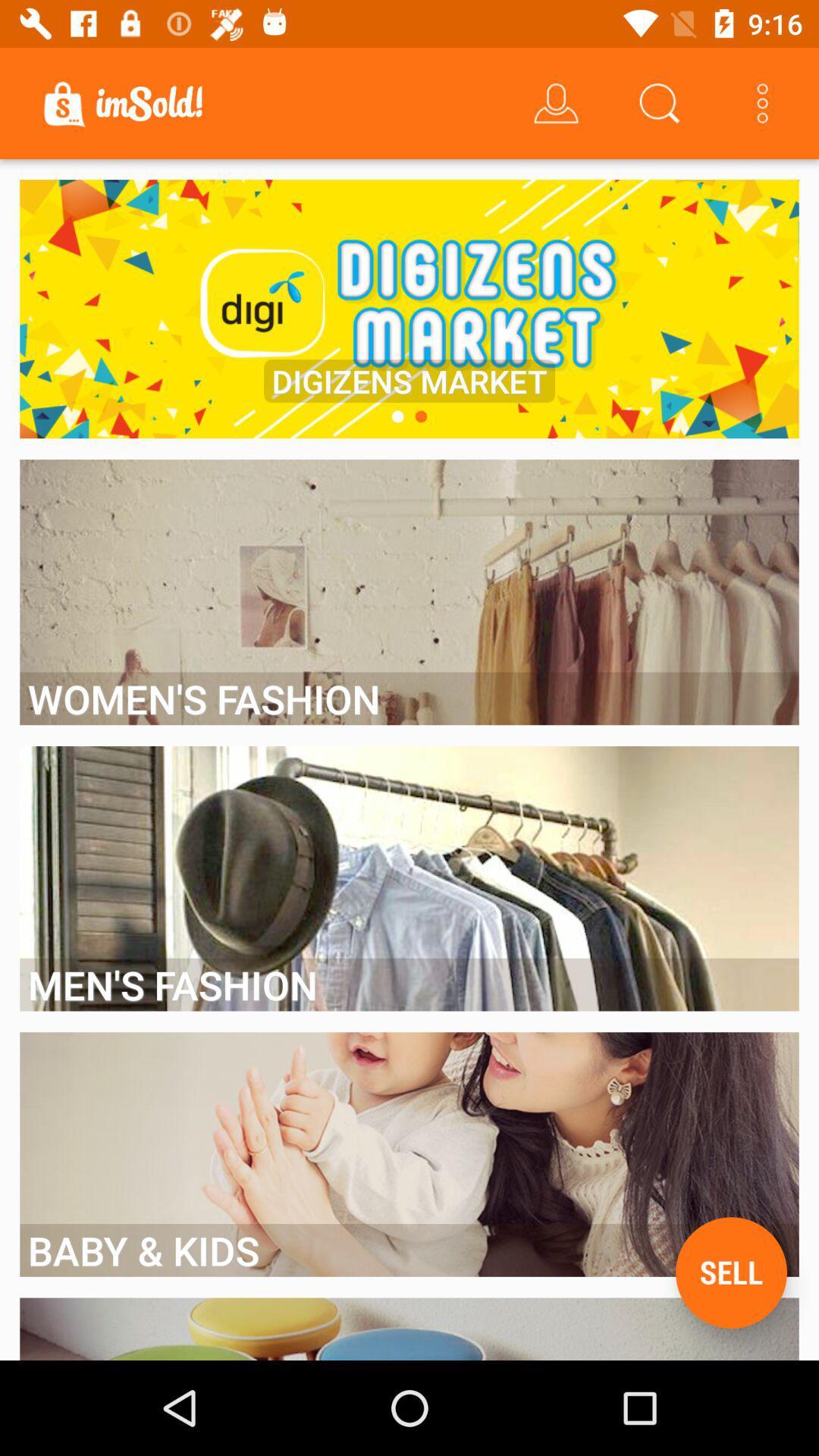 This screenshot has width=819, height=1456. Describe the element at coordinates (730, 1272) in the screenshot. I see `list item to sell` at that location.